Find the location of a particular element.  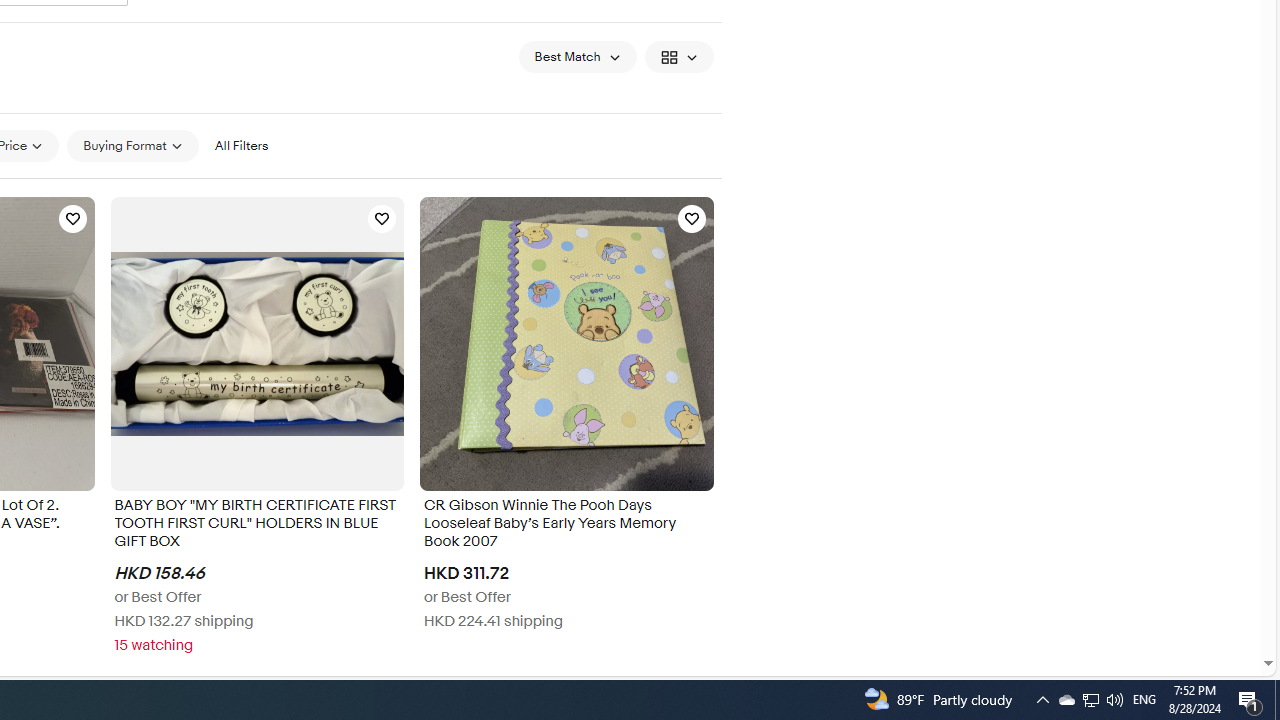

'All Filters' is located at coordinates (240, 144).